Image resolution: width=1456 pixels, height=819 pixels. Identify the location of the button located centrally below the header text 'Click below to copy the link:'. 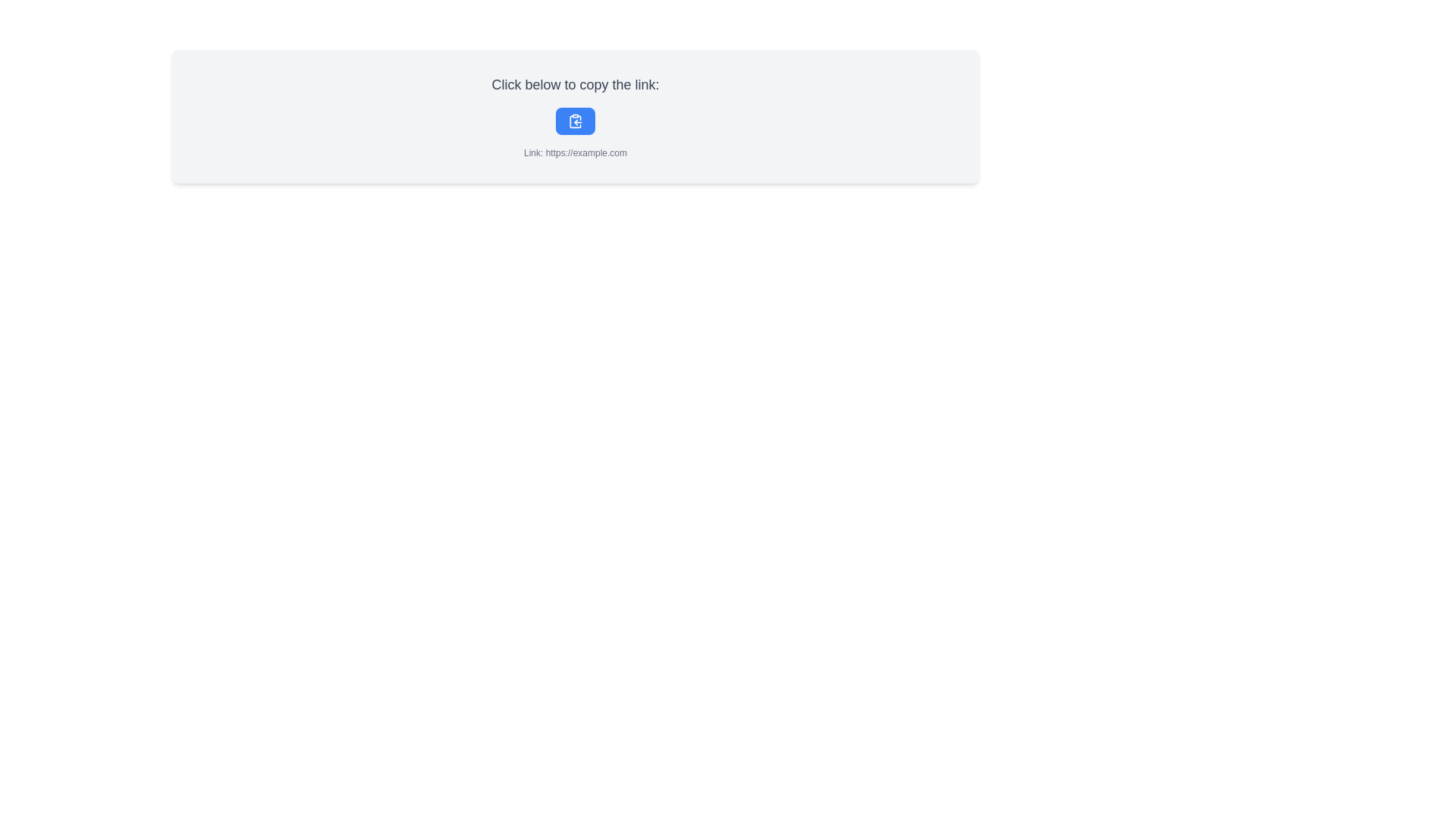
(574, 120).